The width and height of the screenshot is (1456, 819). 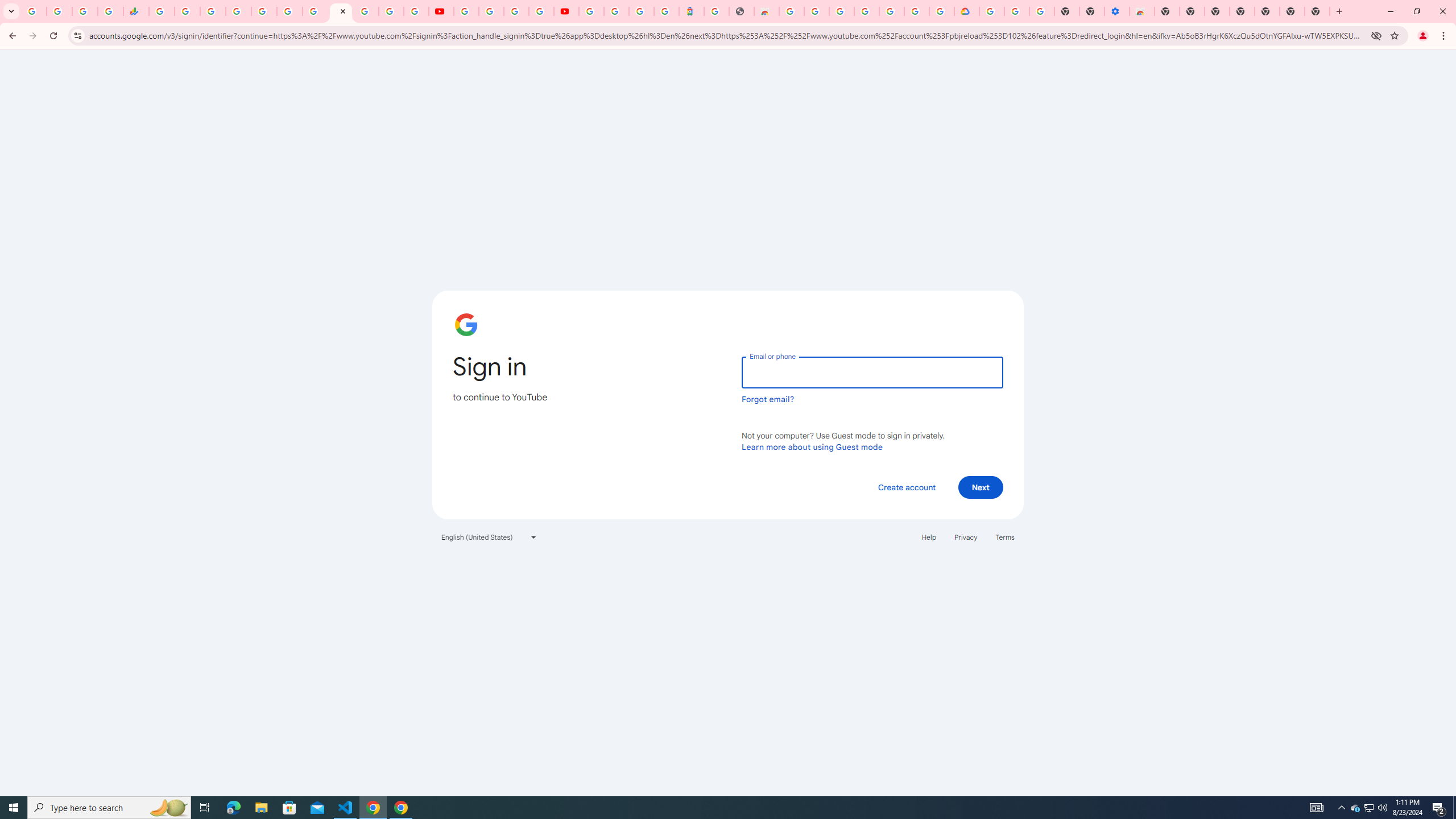 What do you see at coordinates (1166, 11) in the screenshot?
I see `'New Tab'` at bounding box center [1166, 11].